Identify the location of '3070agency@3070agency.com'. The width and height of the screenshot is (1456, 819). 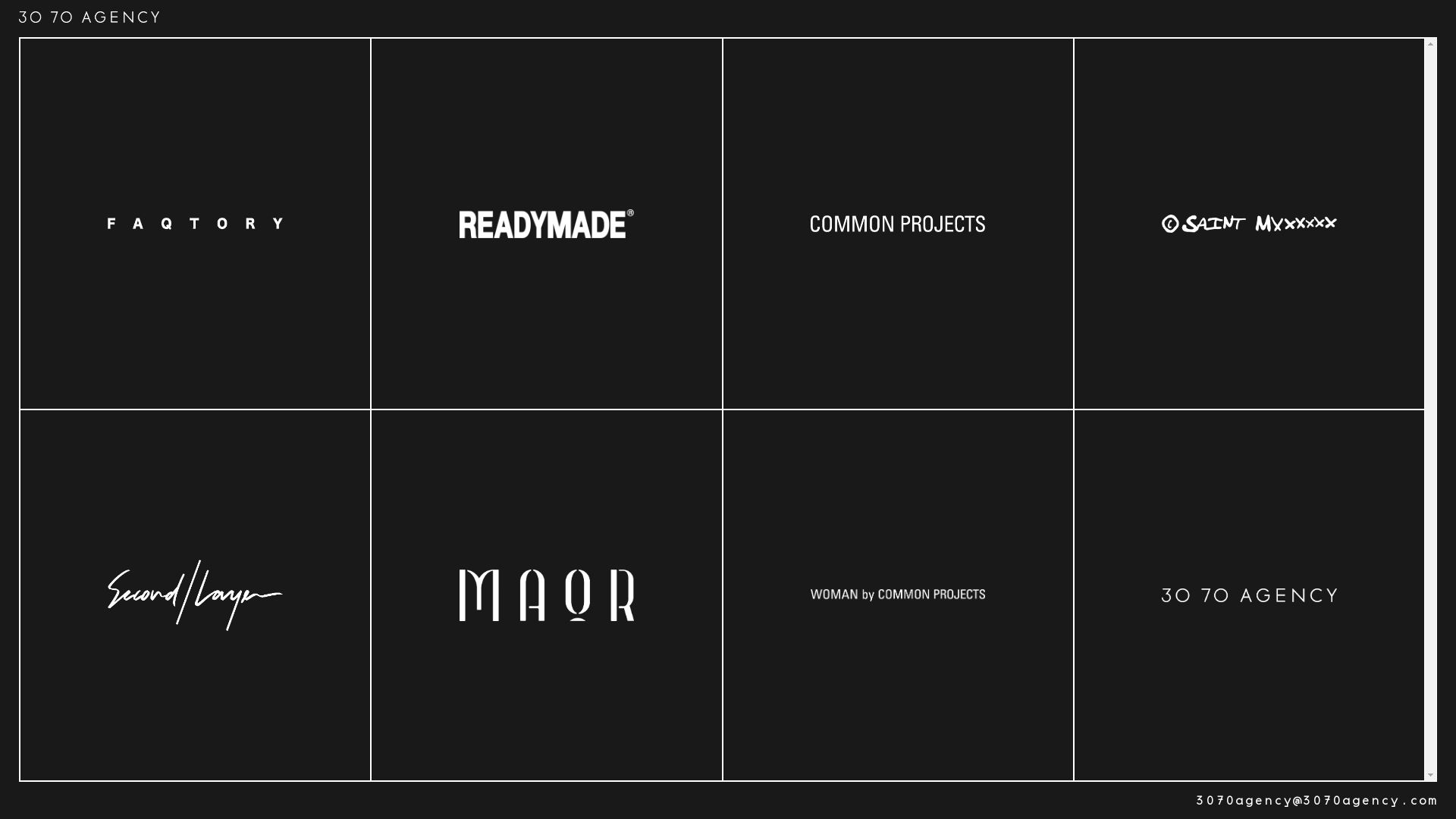
(1315, 800).